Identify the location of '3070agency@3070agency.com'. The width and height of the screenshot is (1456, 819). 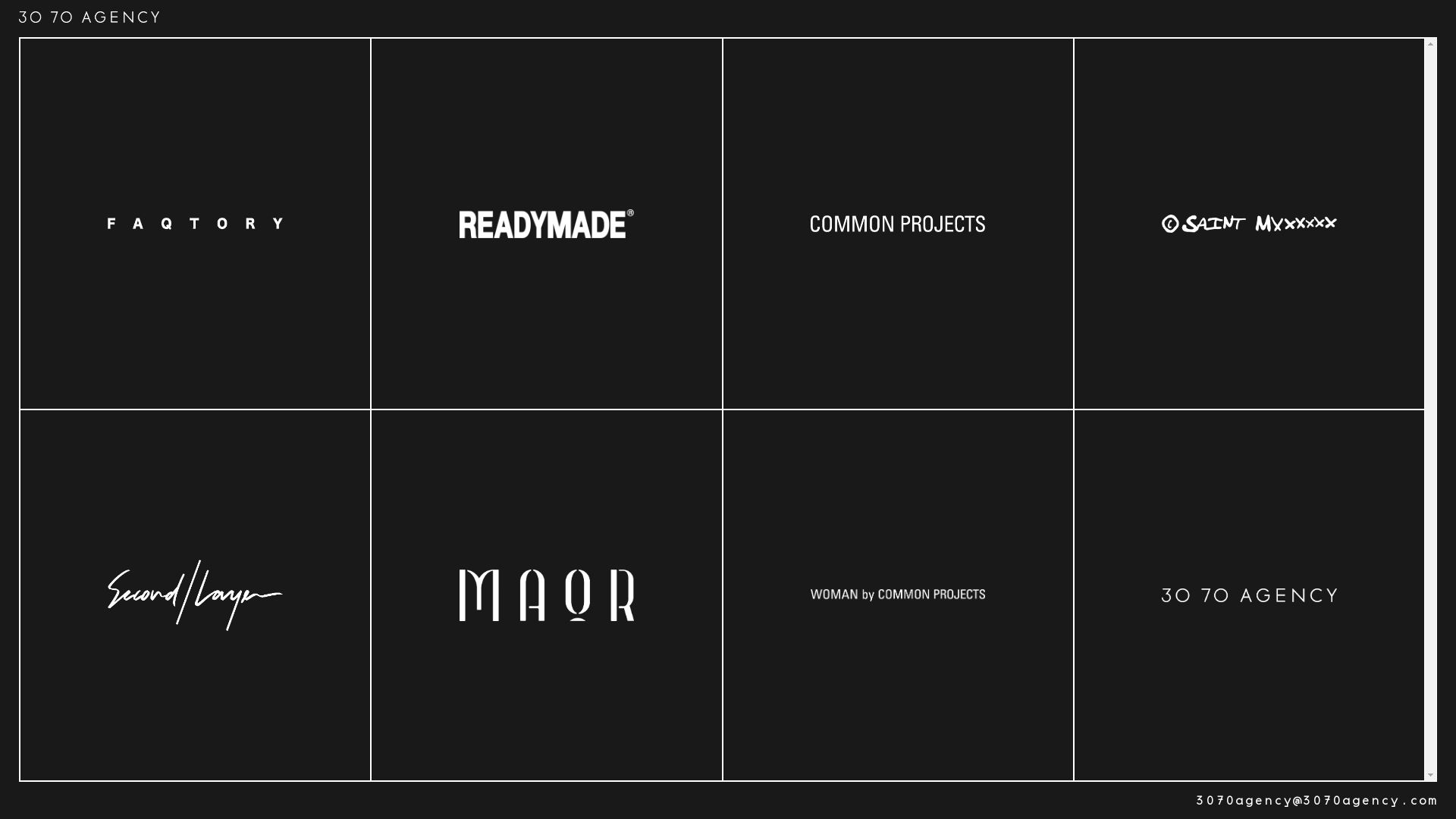
(1315, 800).